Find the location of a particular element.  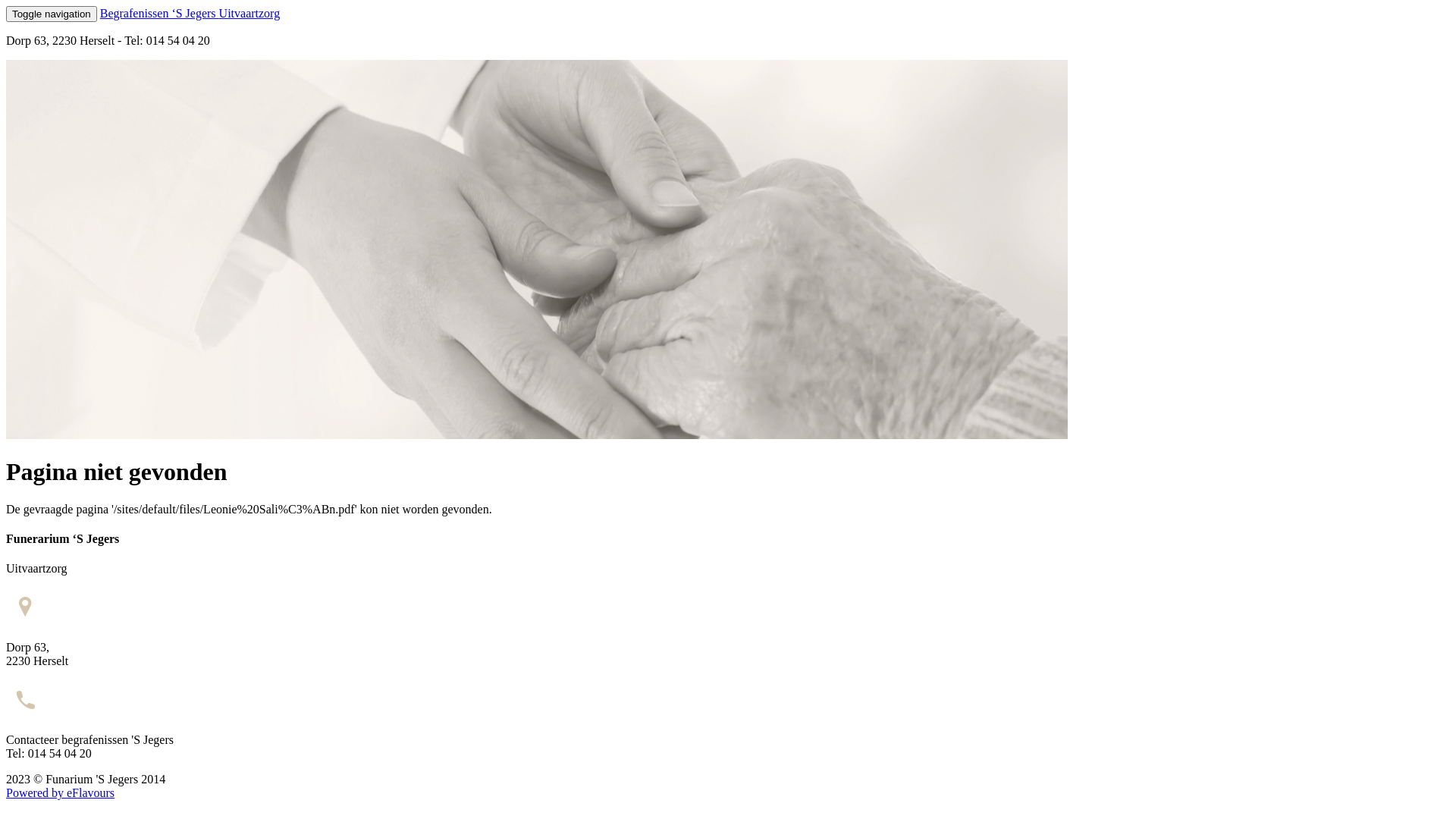

'Toggle navigation' is located at coordinates (6, 14).